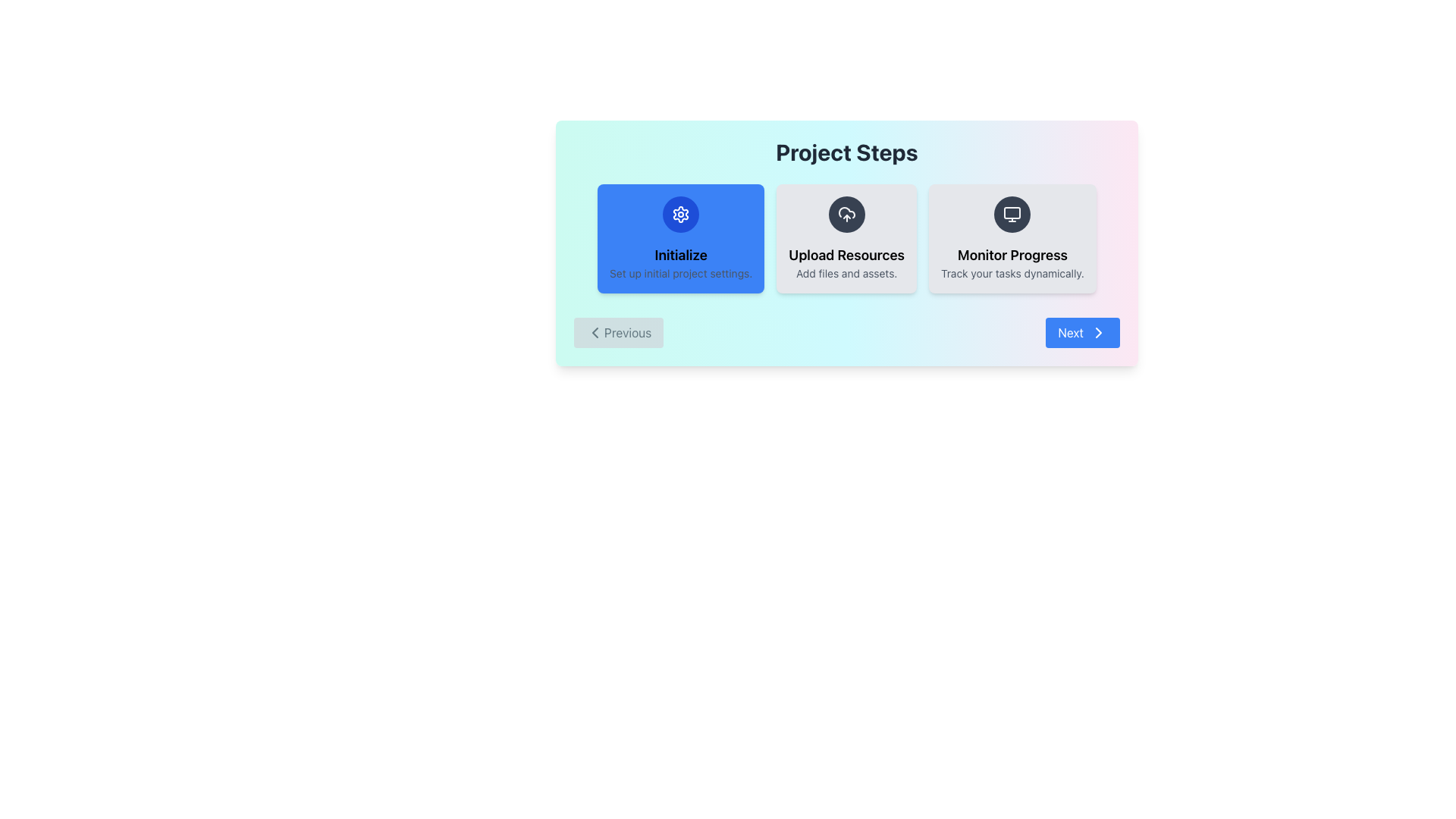 This screenshot has height=819, width=1456. Describe the element at coordinates (1012, 254) in the screenshot. I see `the 'Monitor Progress' text label, which is displayed in a larger and bold font inside a light gray card with rounded corners, part of a sequence of step cards in a multi-step process display` at that location.